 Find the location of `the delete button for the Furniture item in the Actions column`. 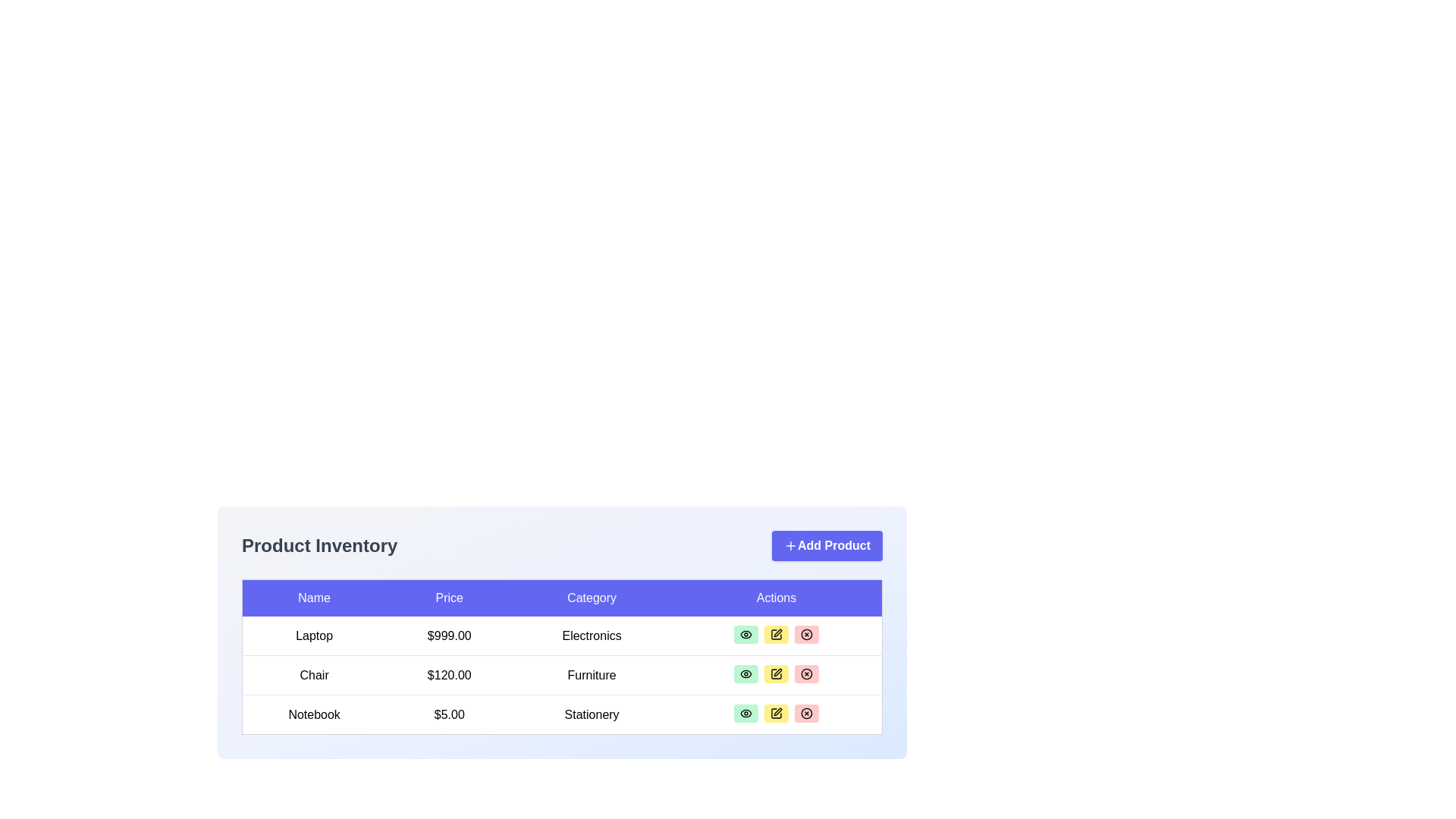

the delete button for the Furniture item in the Actions column is located at coordinates (805, 673).